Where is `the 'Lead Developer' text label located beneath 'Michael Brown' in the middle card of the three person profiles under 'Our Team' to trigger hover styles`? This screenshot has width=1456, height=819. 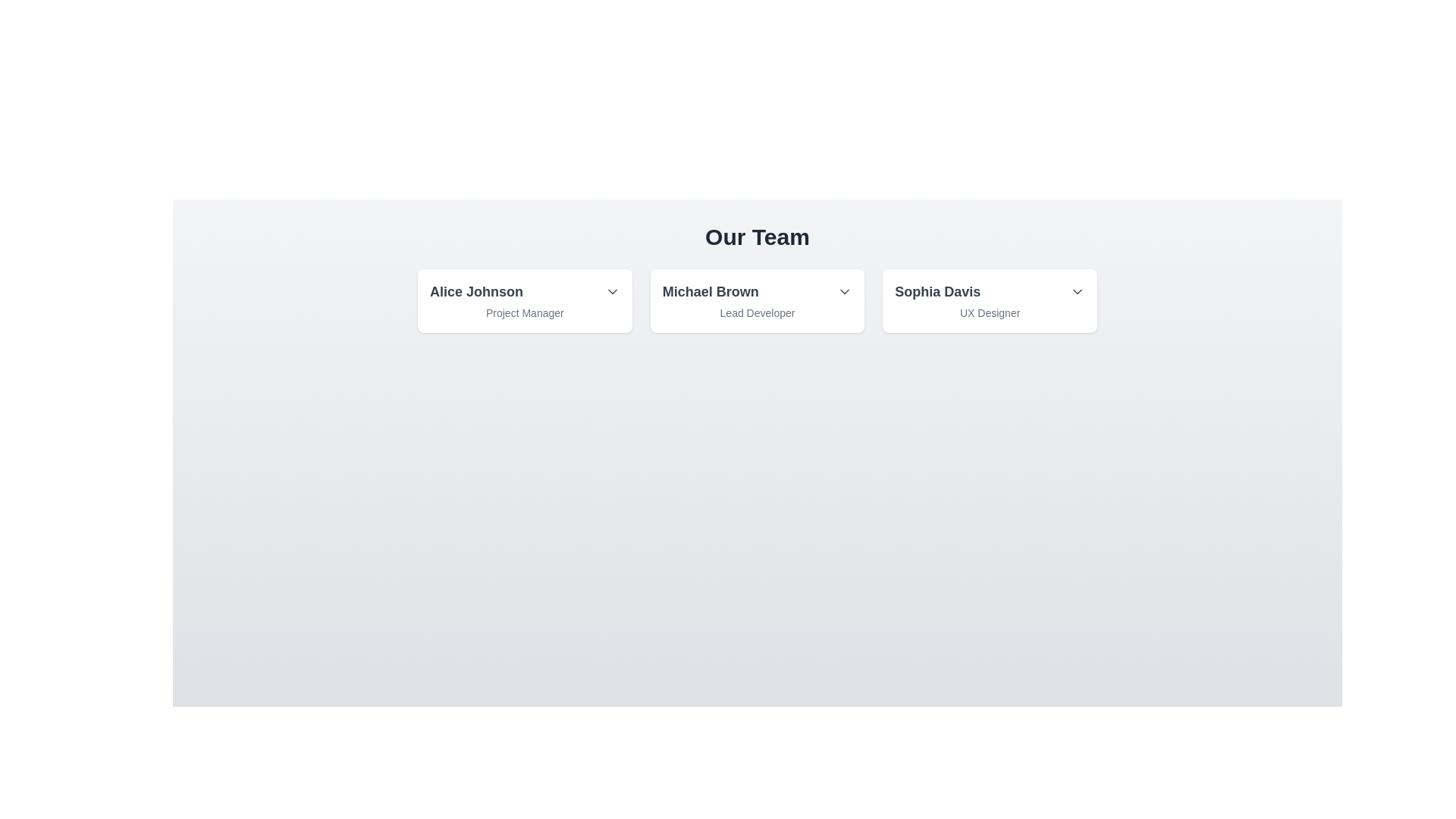
the 'Lead Developer' text label located beneath 'Michael Brown' in the middle card of the three person profiles under 'Our Team' to trigger hover styles is located at coordinates (757, 312).